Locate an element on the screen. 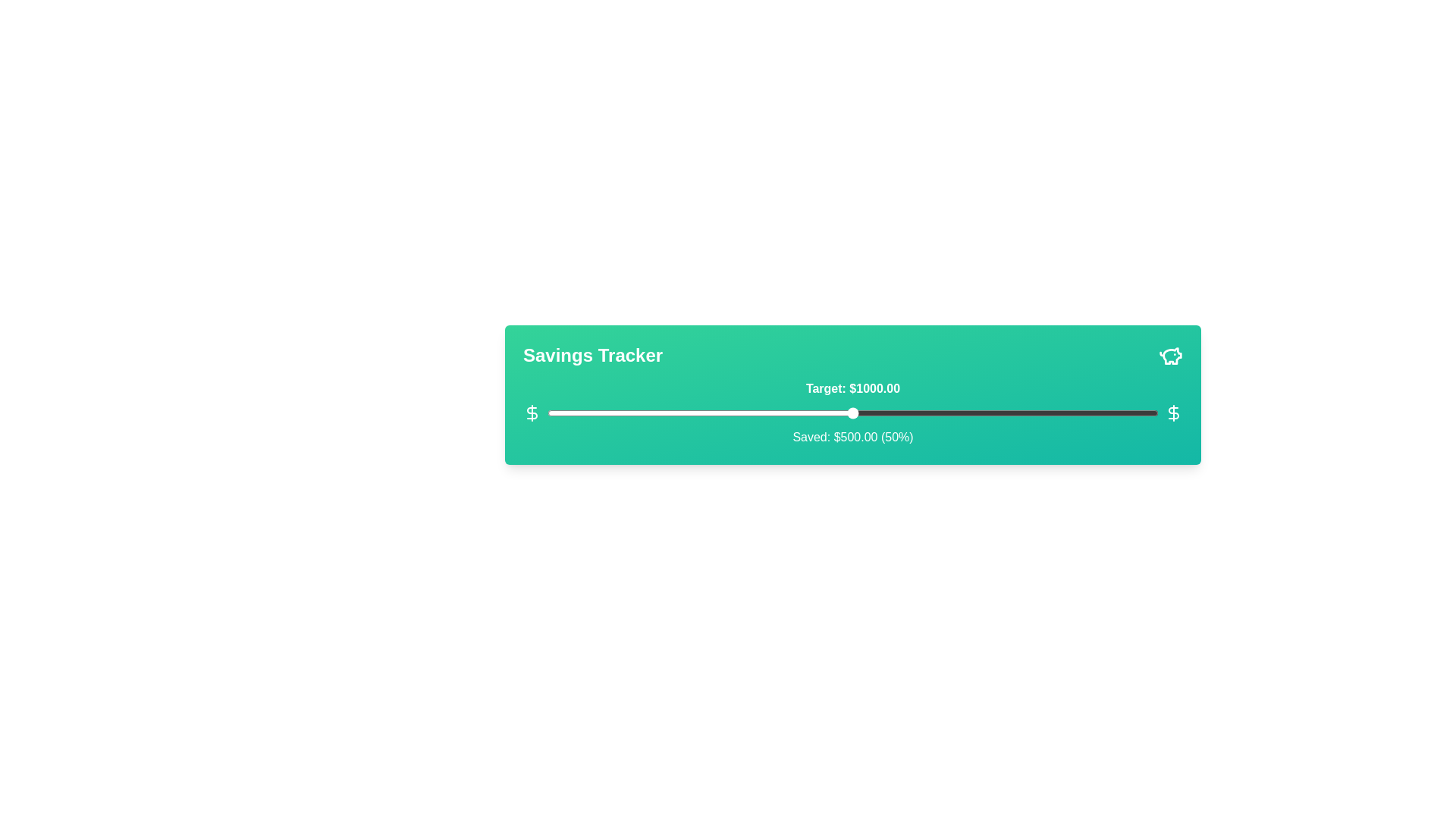 This screenshot has width=1456, height=819. the savings tracker is located at coordinates (908, 413).